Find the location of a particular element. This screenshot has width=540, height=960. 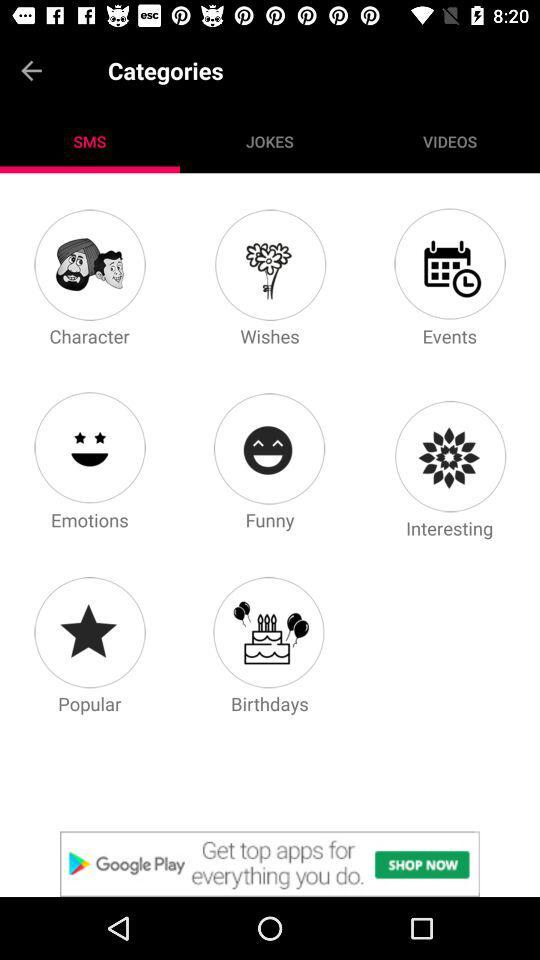

advertisement is located at coordinates (270, 863).